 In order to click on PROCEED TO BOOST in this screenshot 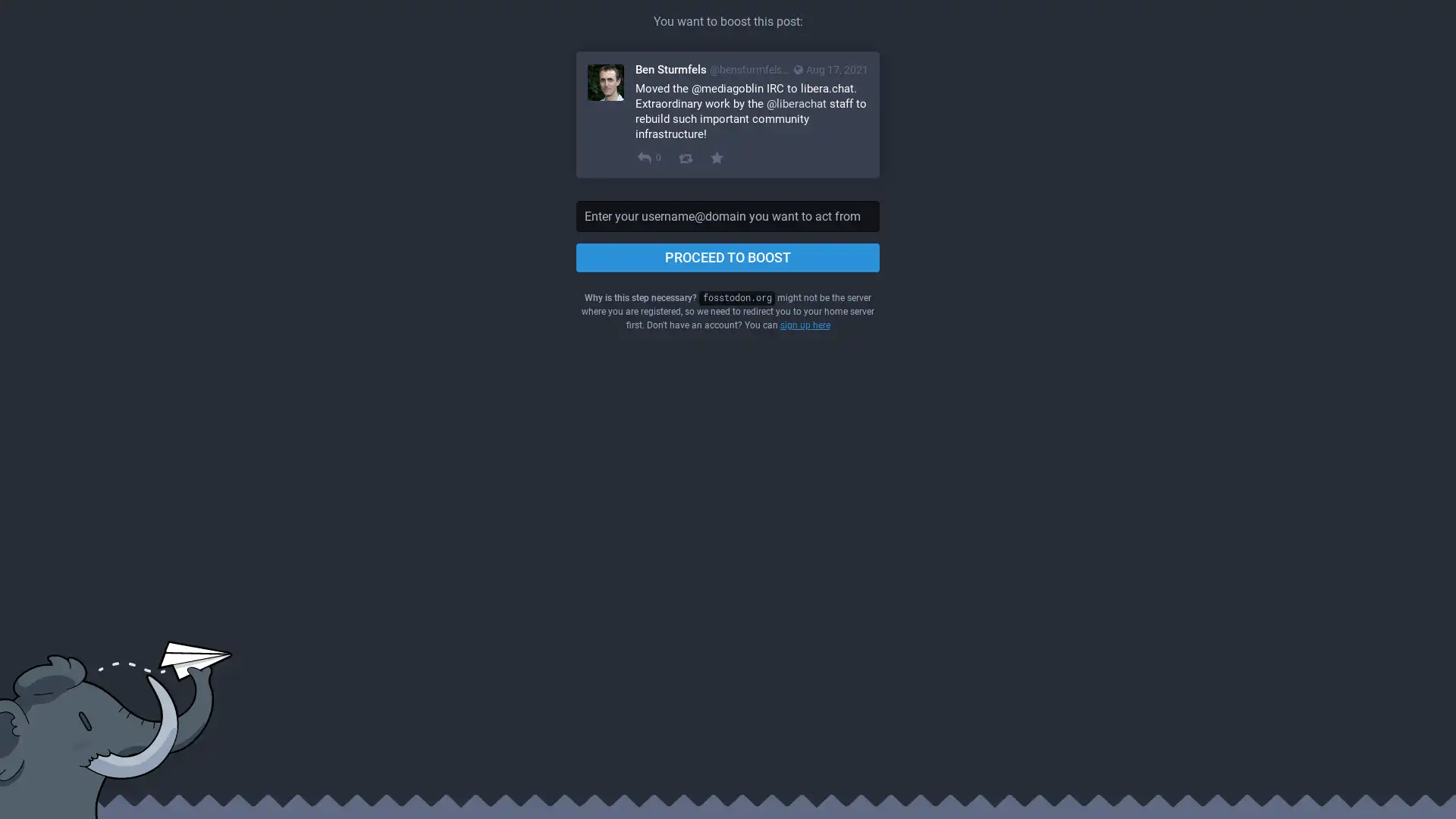, I will do `click(728, 256)`.